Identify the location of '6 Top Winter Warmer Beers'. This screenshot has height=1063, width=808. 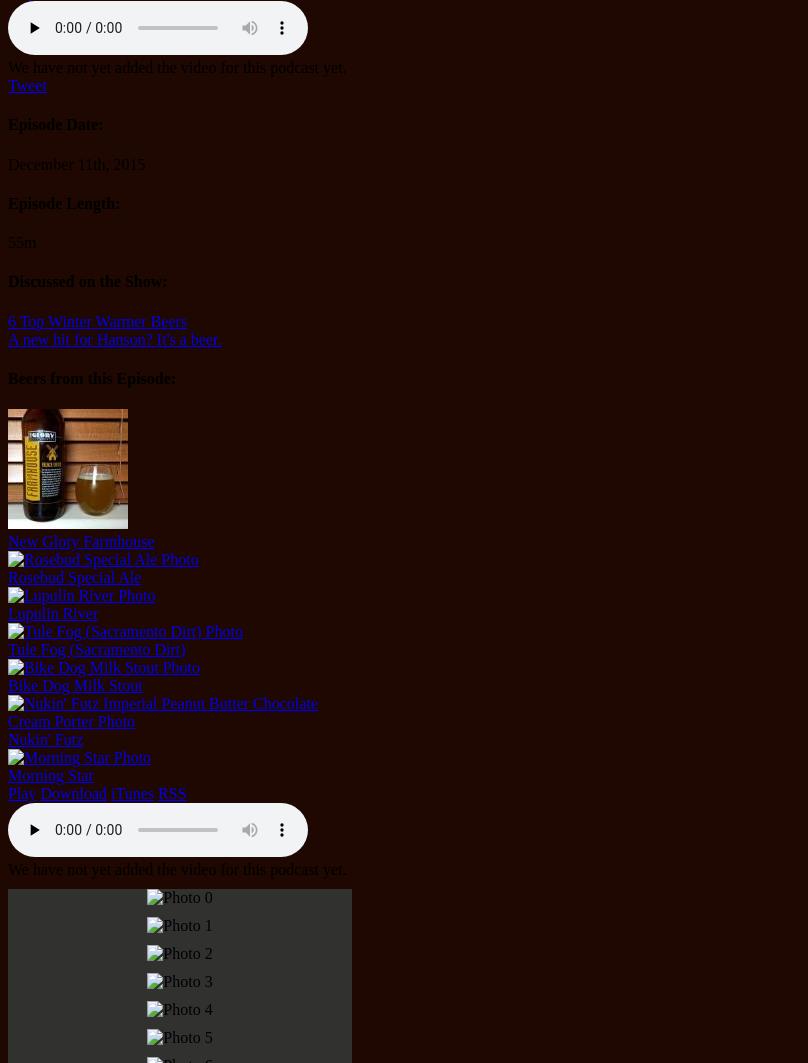
(7, 320).